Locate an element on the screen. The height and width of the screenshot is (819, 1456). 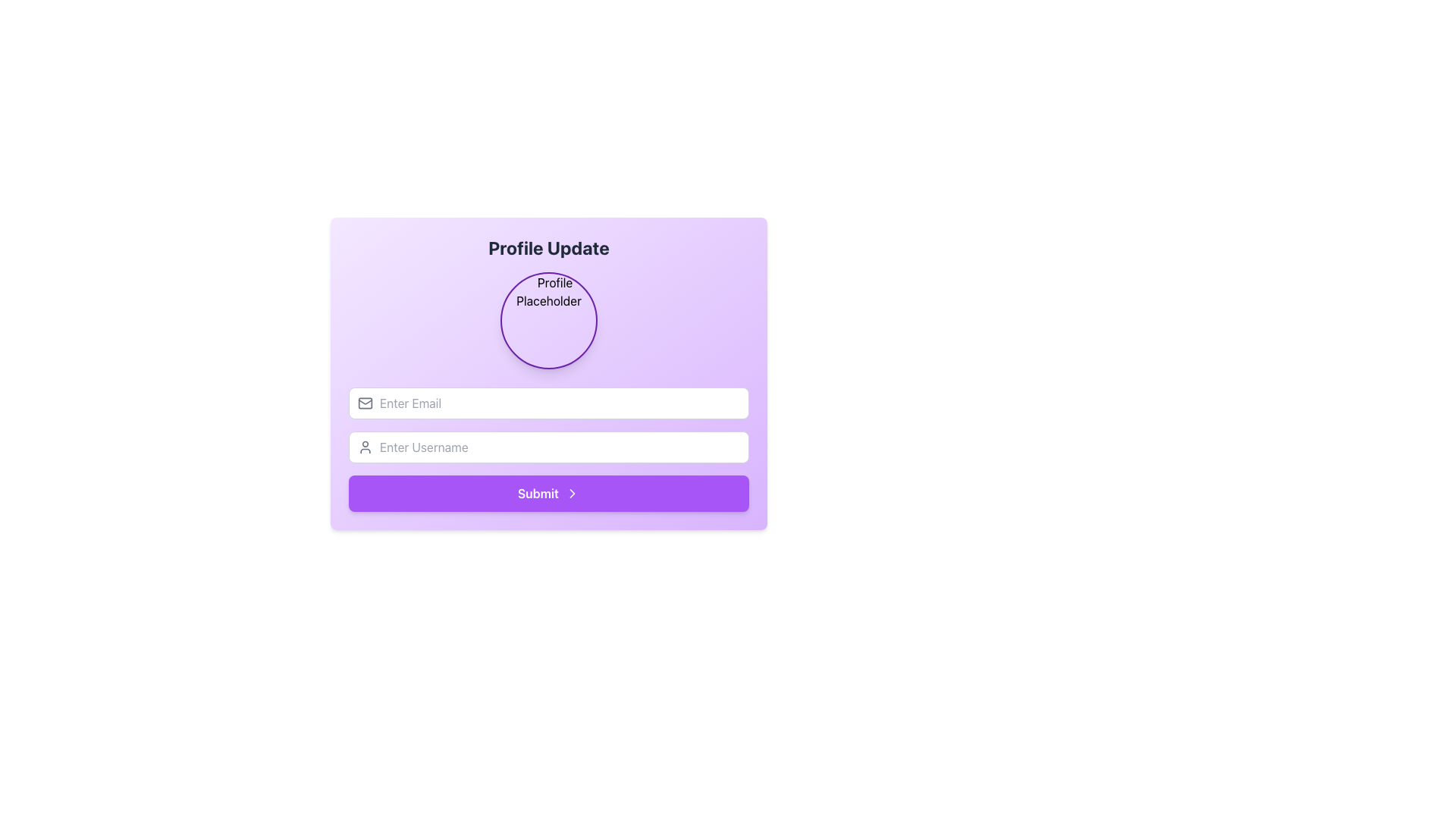
the chevron icon located on the right side of the 'Submit' button is located at coordinates (571, 494).